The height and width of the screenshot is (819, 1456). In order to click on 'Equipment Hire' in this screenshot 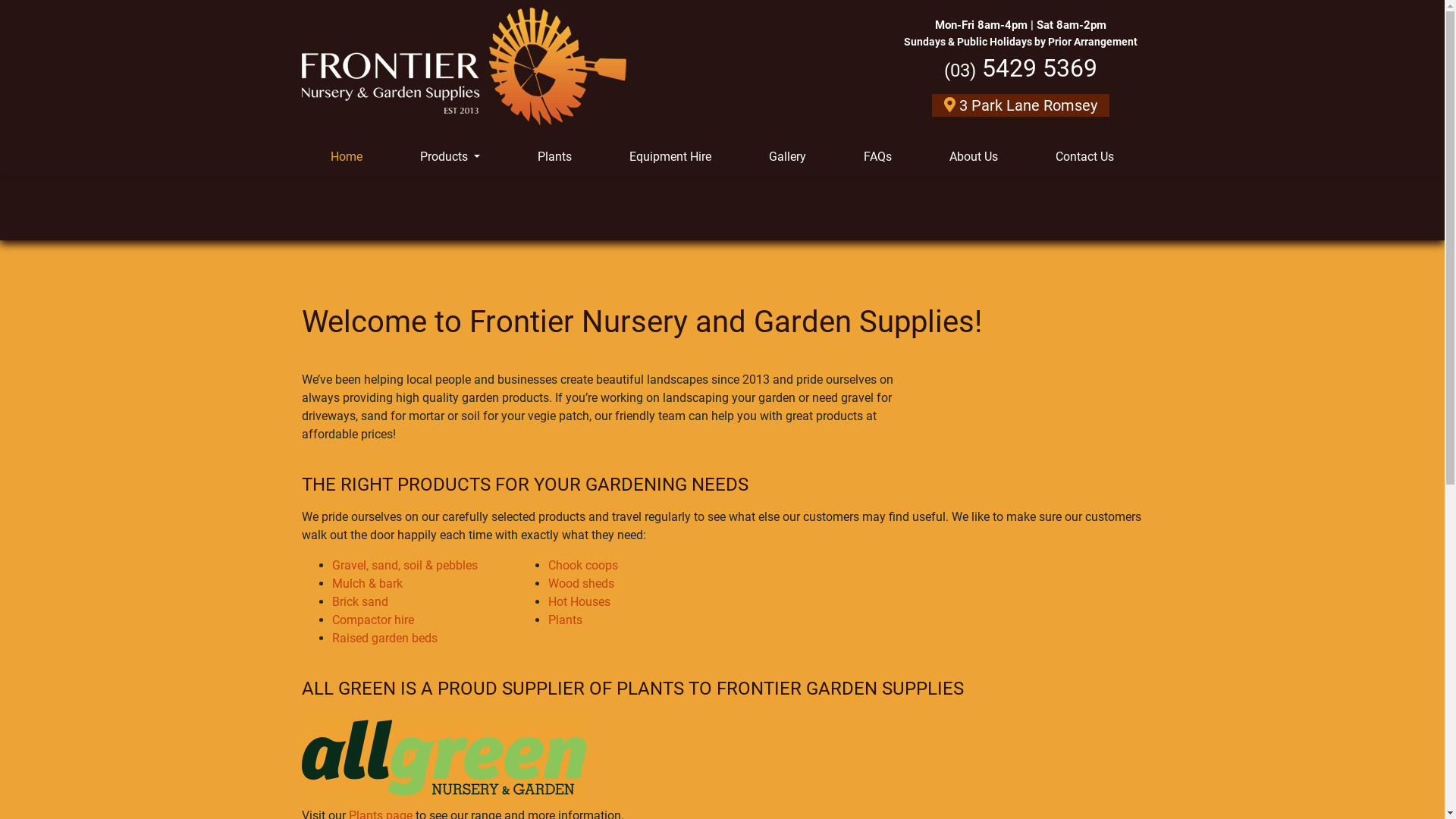, I will do `click(600, 157)`.